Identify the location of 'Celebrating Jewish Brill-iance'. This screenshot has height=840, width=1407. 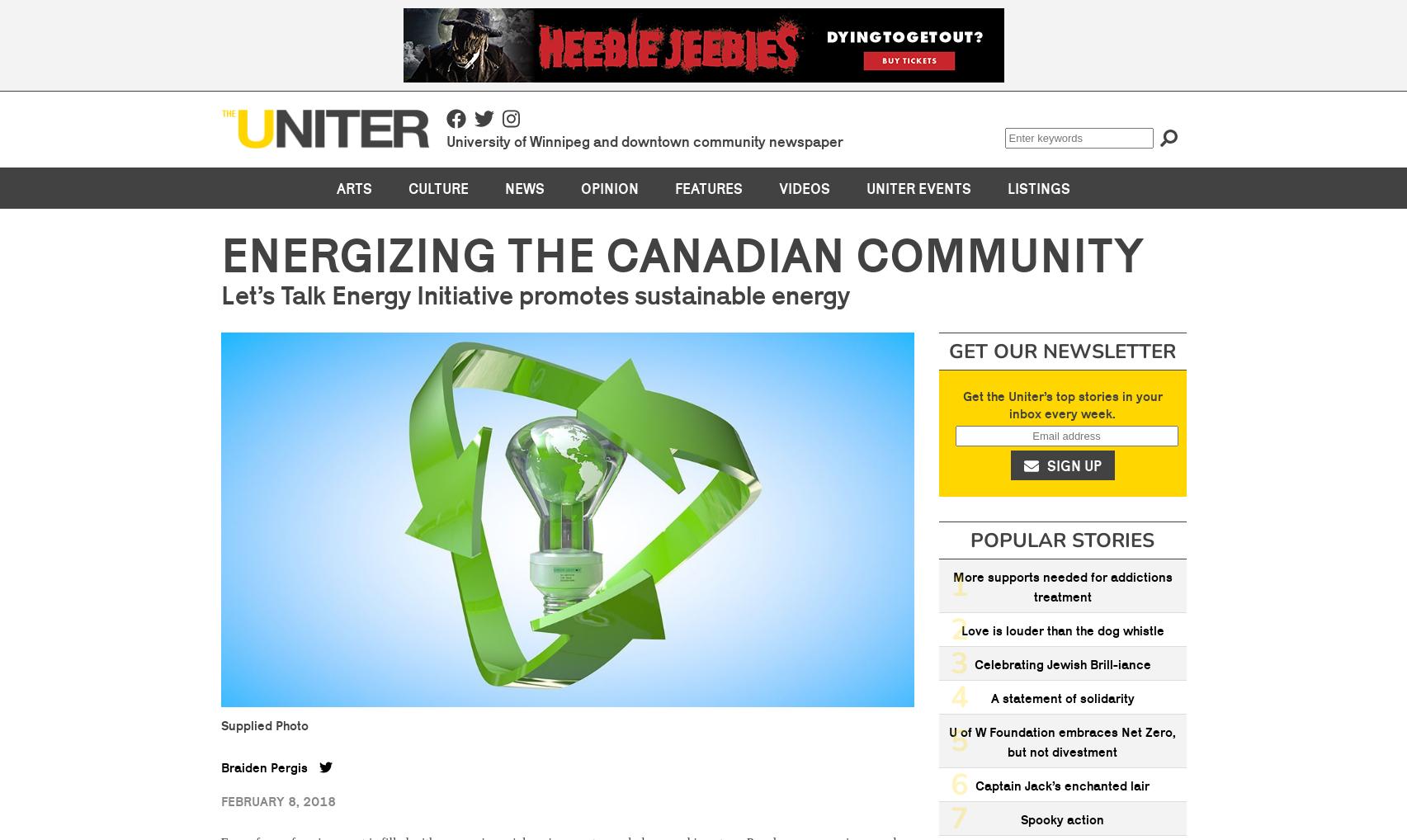
(1061, 663).